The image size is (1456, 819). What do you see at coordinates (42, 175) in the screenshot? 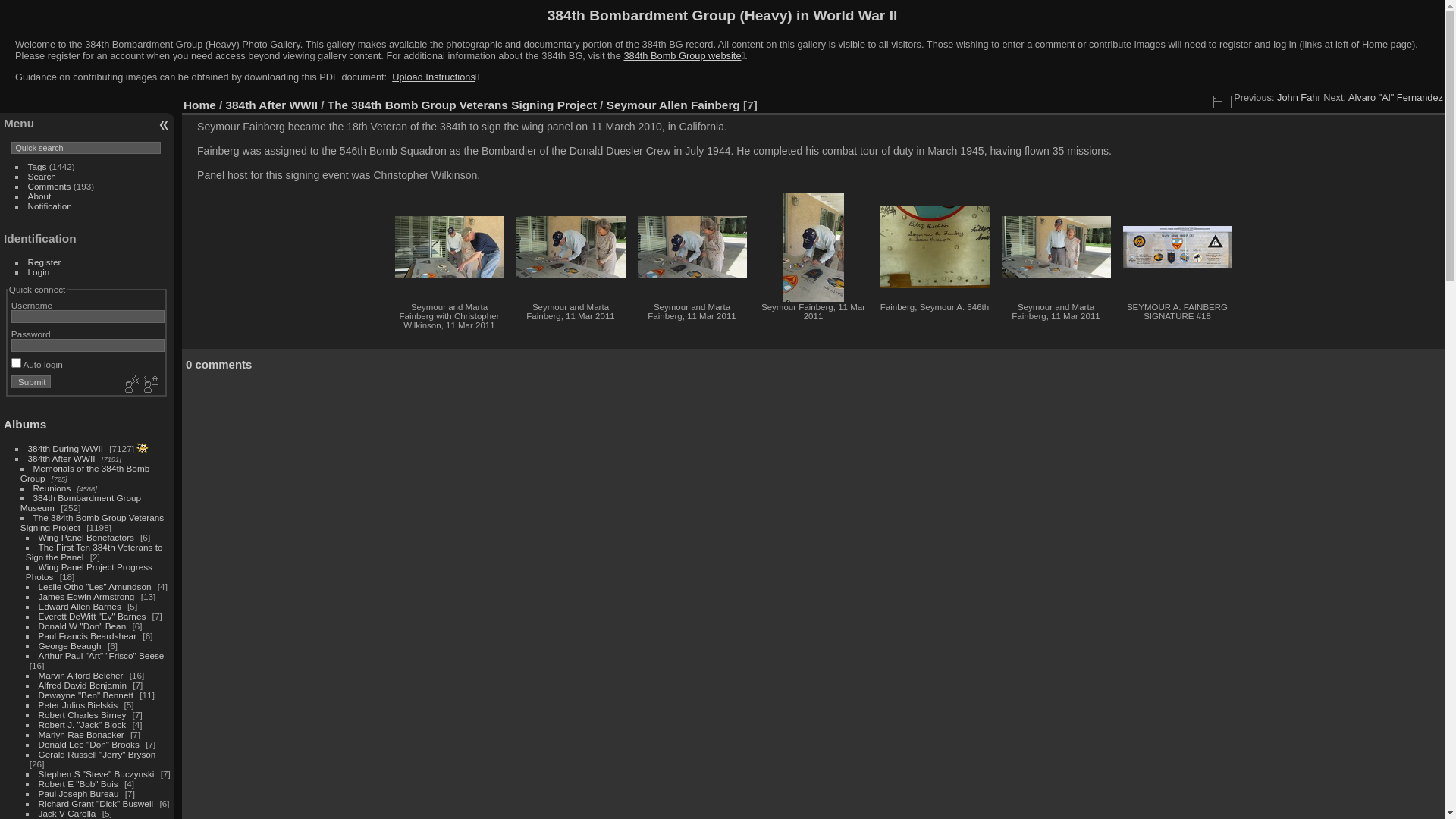
I see `'Search'` at bounding box center [42, 175].